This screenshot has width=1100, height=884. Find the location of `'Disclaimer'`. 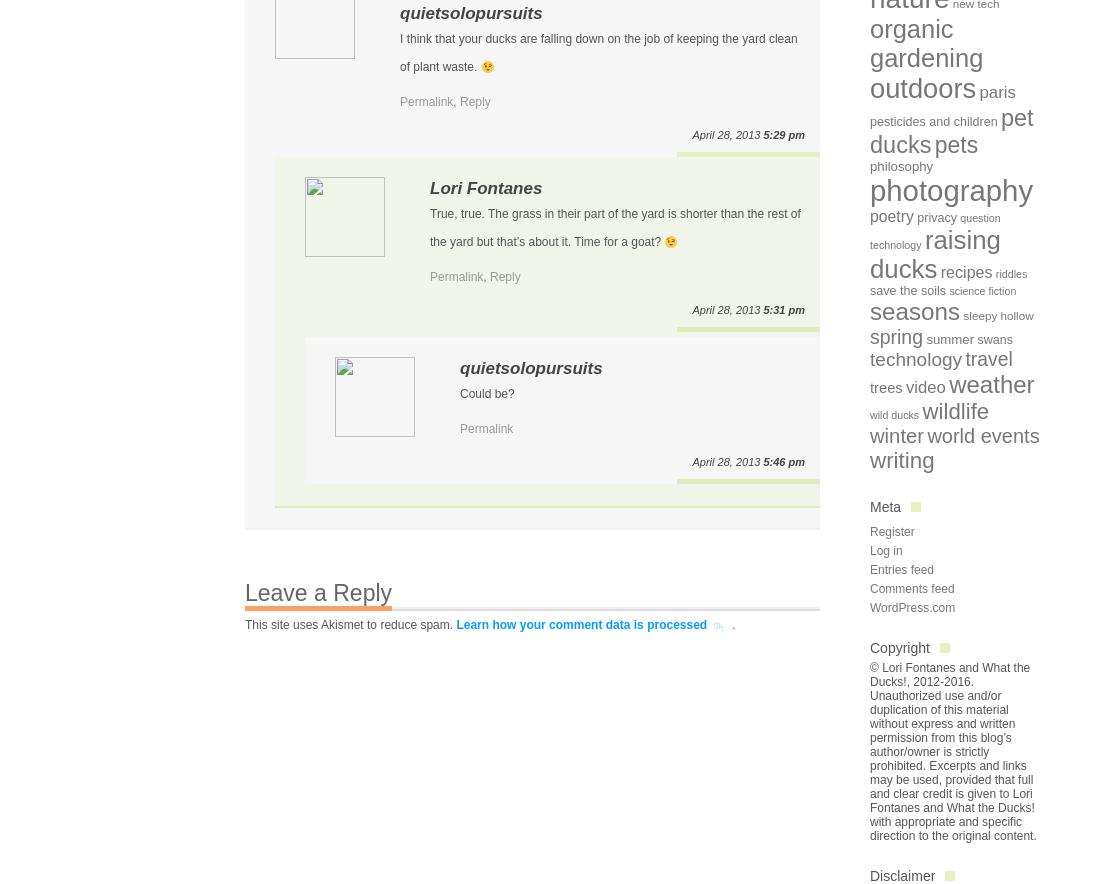

'Disclaimer' is located at coordinates (902, 875).